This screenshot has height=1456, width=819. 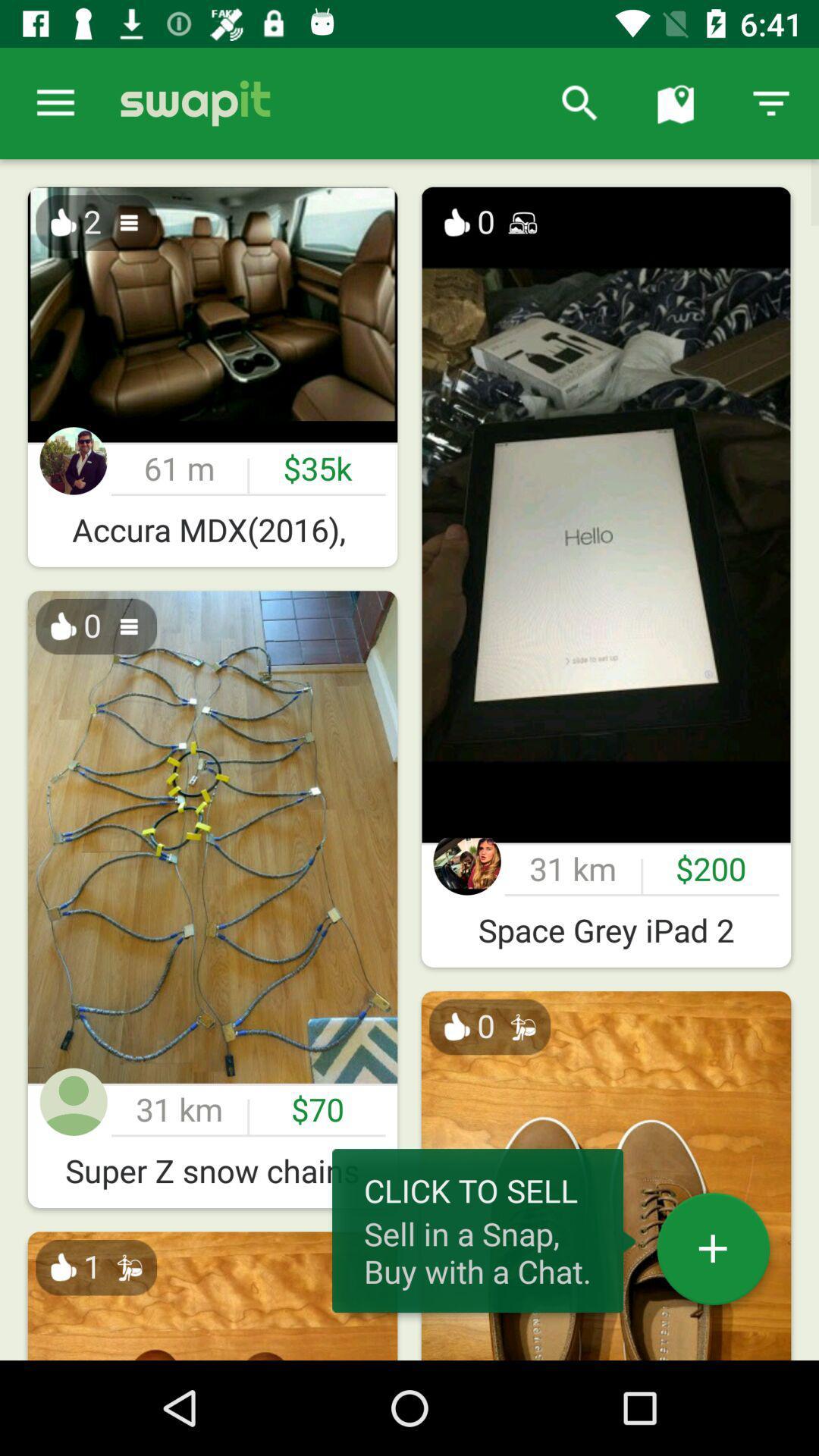 I want to click on the icon to the left of the swap icon, so click(x=55, y=102).